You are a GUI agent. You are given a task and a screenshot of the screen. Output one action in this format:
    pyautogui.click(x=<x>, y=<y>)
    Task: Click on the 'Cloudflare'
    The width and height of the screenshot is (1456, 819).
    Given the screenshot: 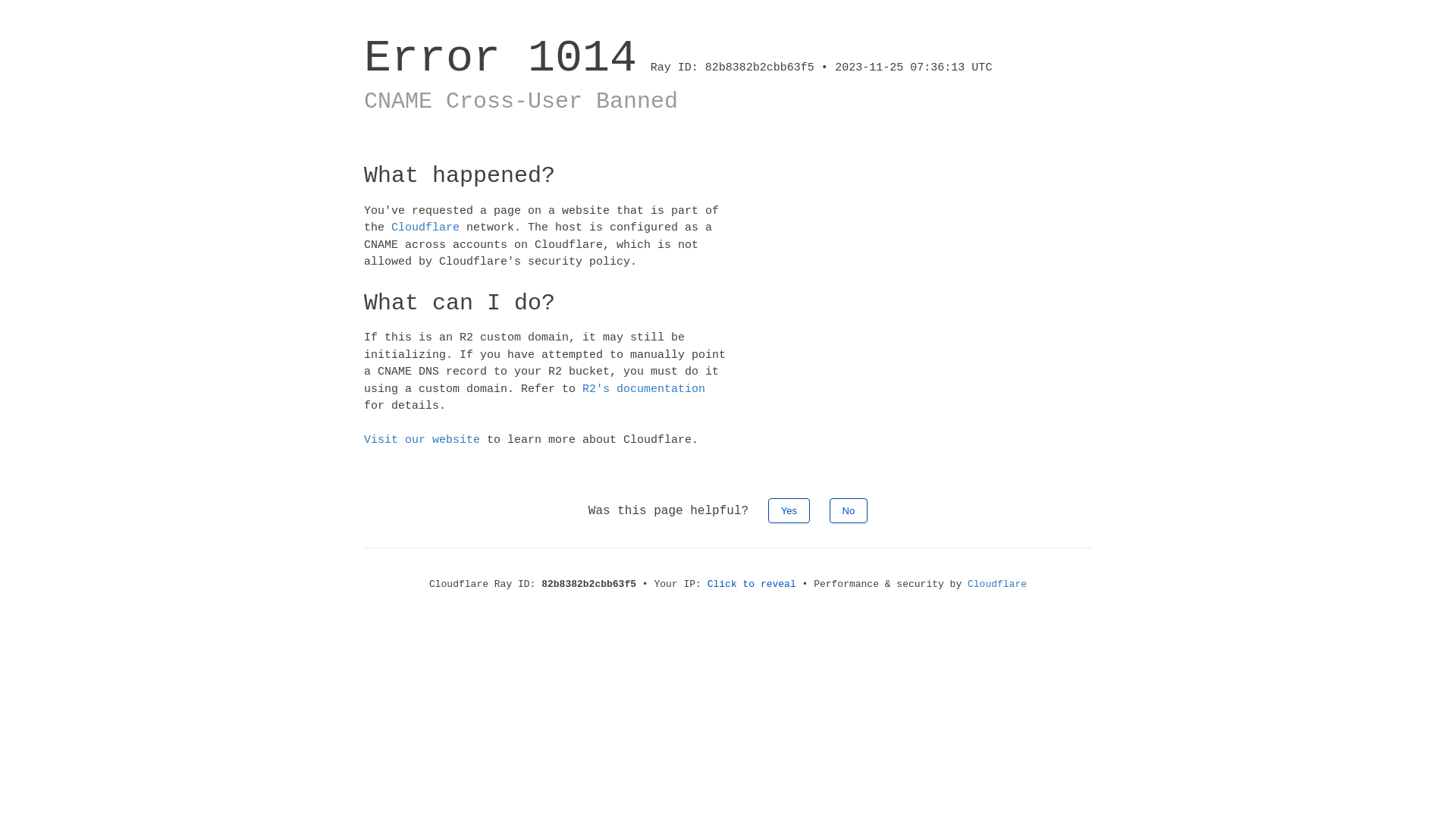 What is the action you would take?
    pyautogui.click(x=425, y=227)
    